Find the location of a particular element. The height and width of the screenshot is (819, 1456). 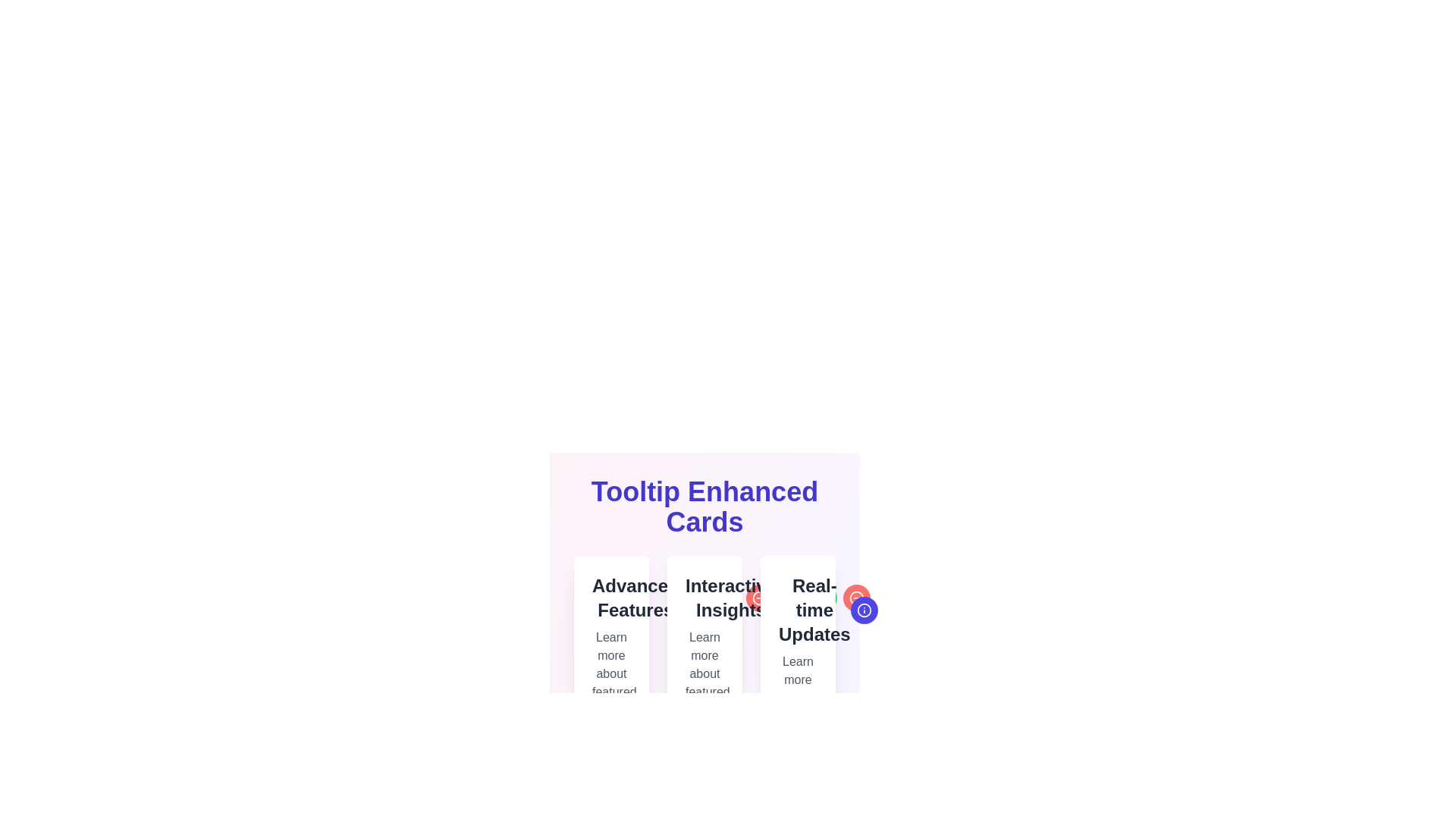

the first circular button located at the bottom right of the 'Interactive Insights' card is located at coordinates (692, 598).